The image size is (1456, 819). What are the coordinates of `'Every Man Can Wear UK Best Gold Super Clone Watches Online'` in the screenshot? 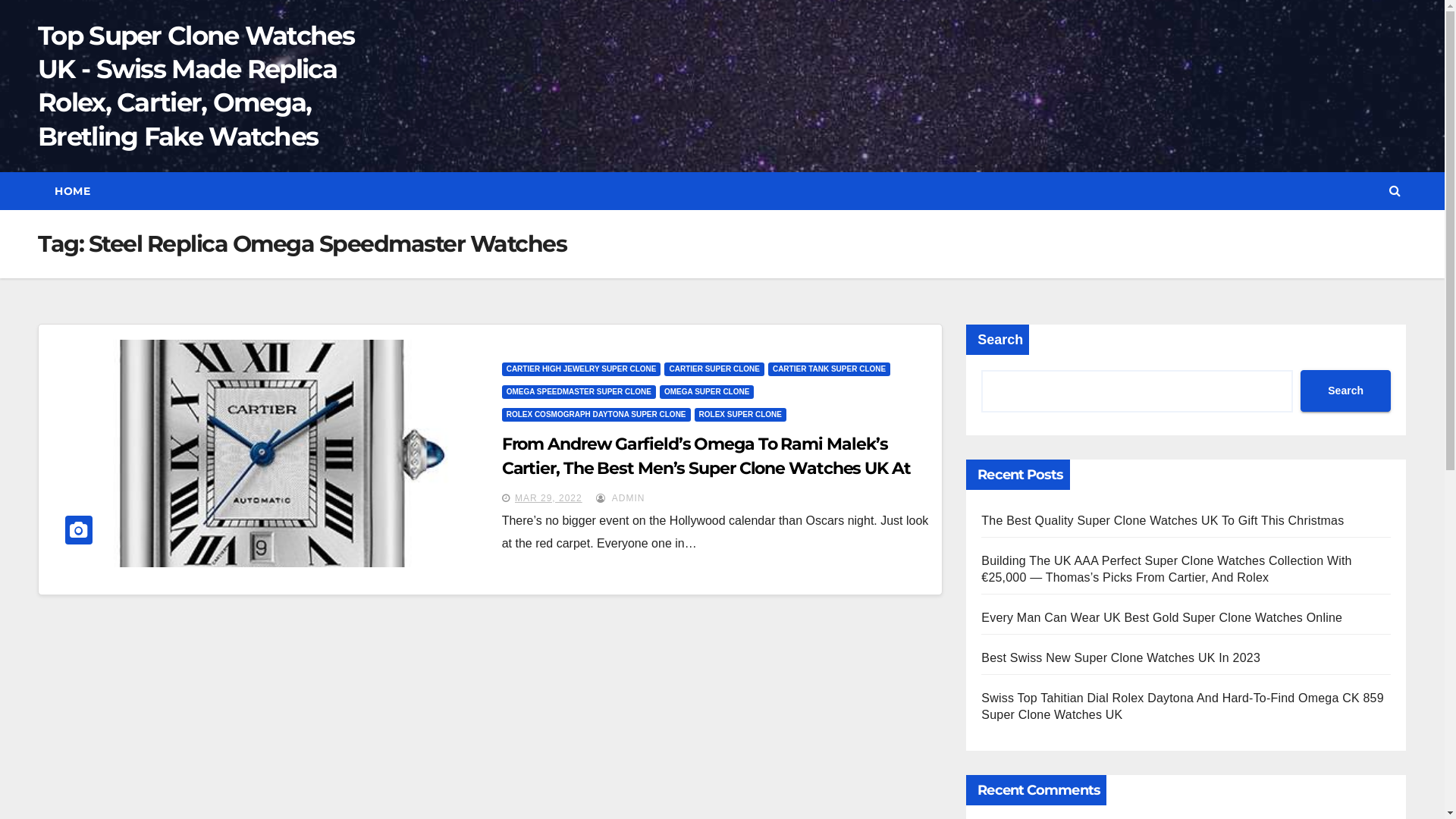 It's located at (1160, 617).